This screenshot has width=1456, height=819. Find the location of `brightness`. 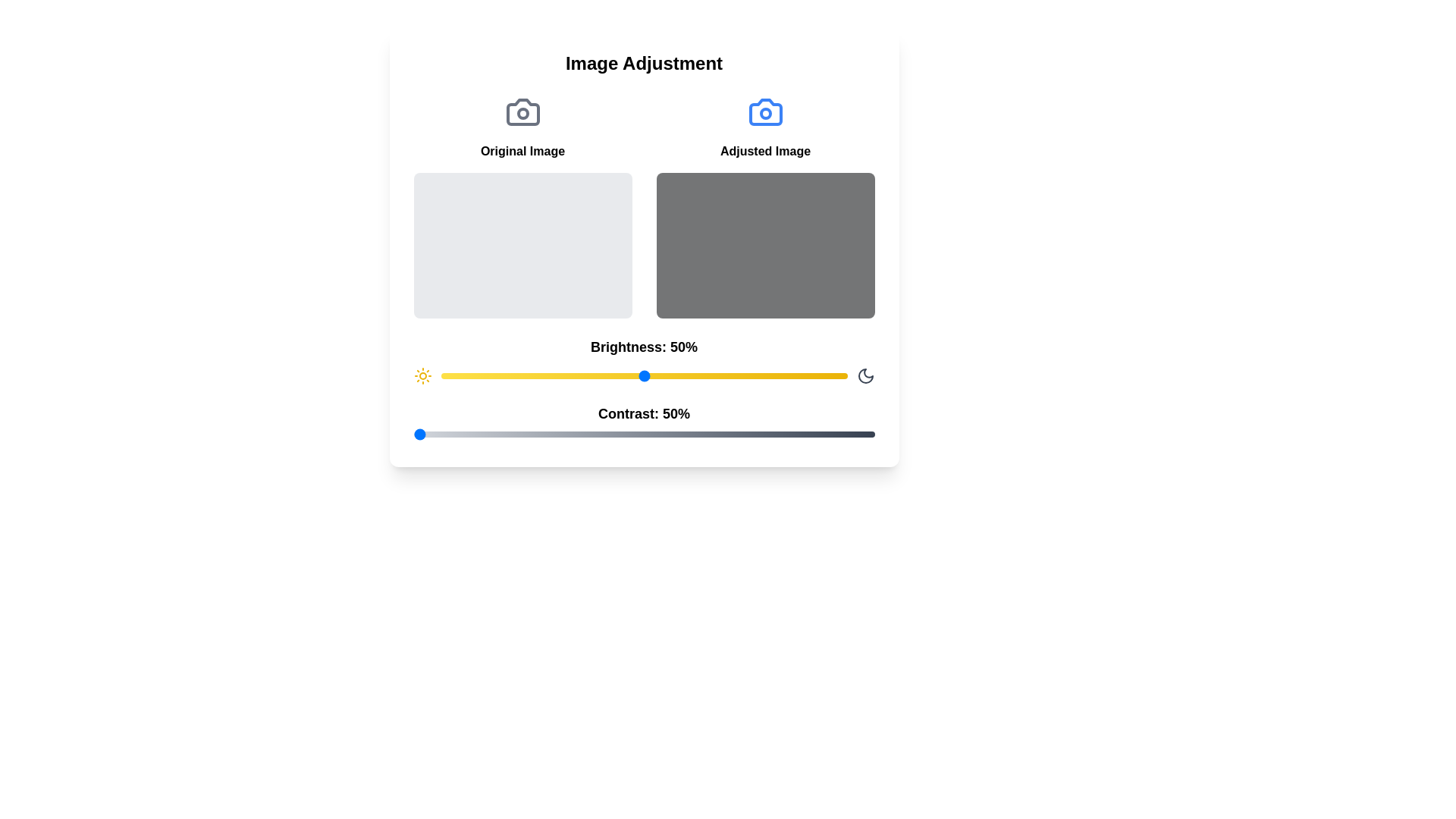

brightness is located at coordinates (542, 375).